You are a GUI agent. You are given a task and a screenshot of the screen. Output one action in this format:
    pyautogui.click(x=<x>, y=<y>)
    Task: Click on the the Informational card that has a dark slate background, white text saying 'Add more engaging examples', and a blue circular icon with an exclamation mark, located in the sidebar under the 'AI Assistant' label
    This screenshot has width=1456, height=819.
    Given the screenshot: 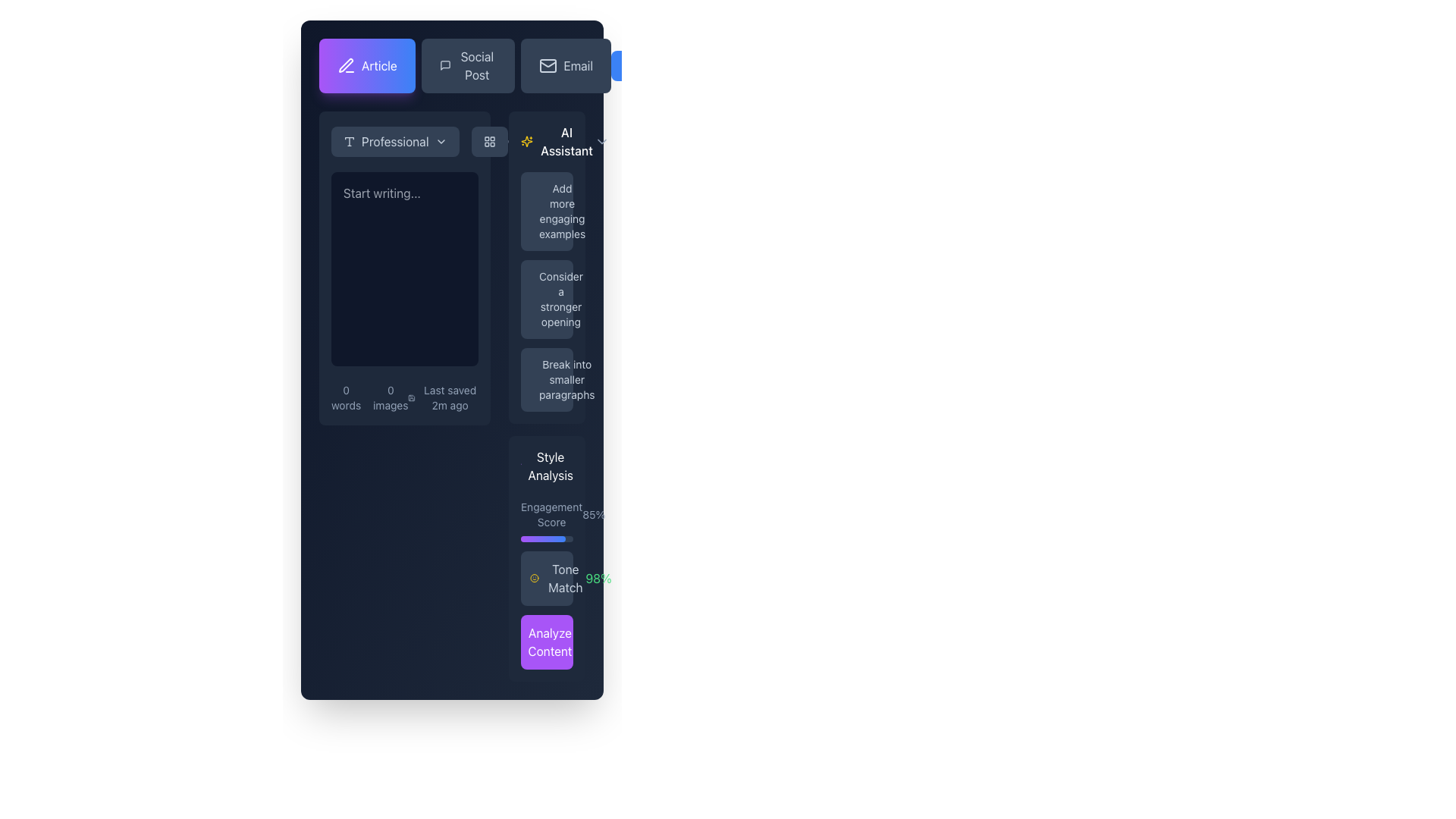 What is the action you would take?
    pyautogui.click(x=546, y=211)
    